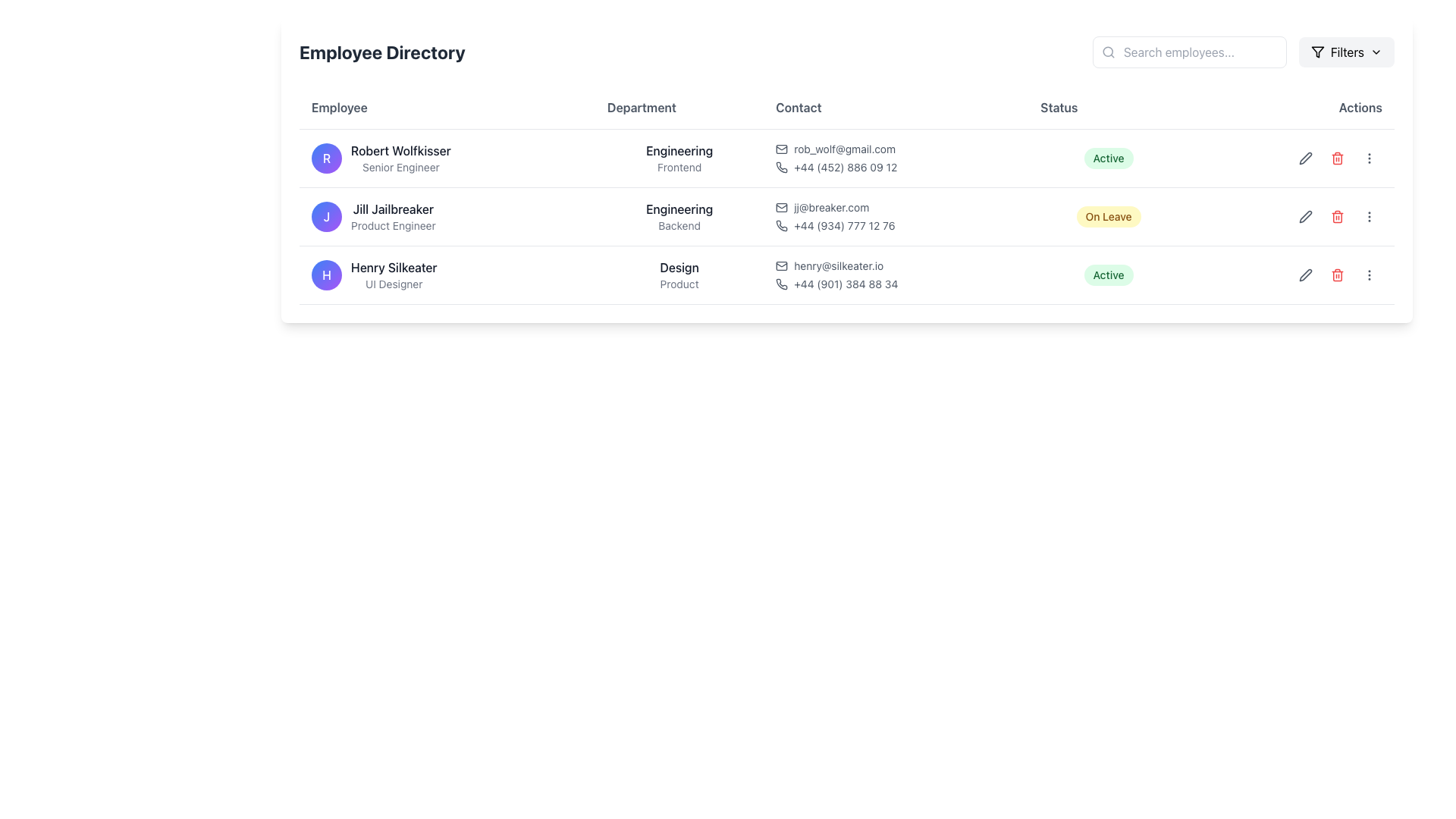 The width and height of the screenshot is (1456, 819). Describe the element at coordinates (1304, 216) in the screenshot. I see `the edit icon in the 'Actions' column of the second row` at that location.